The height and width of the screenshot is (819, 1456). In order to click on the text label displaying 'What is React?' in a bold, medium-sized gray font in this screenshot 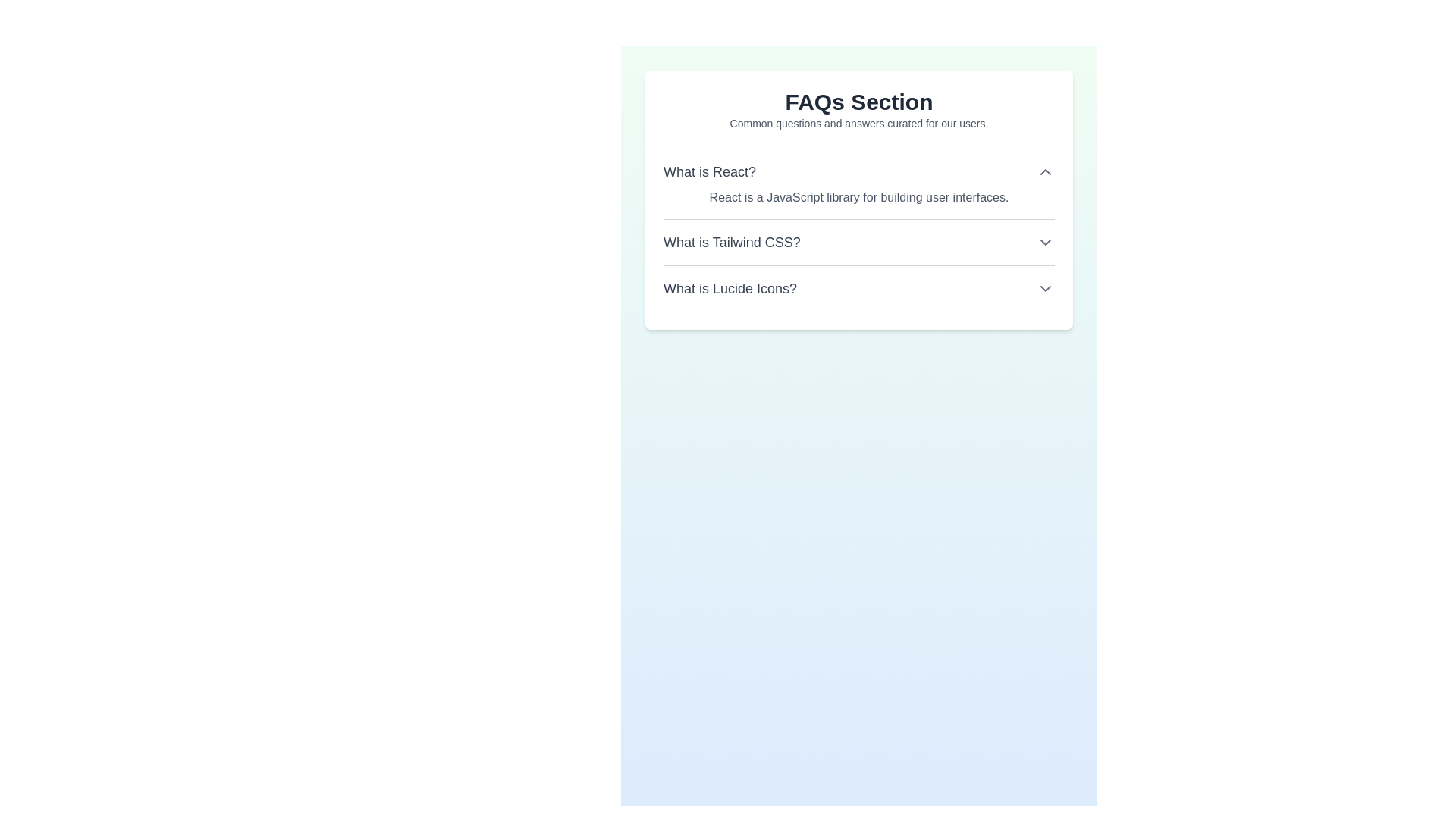, I will do `click(709, 171)`.